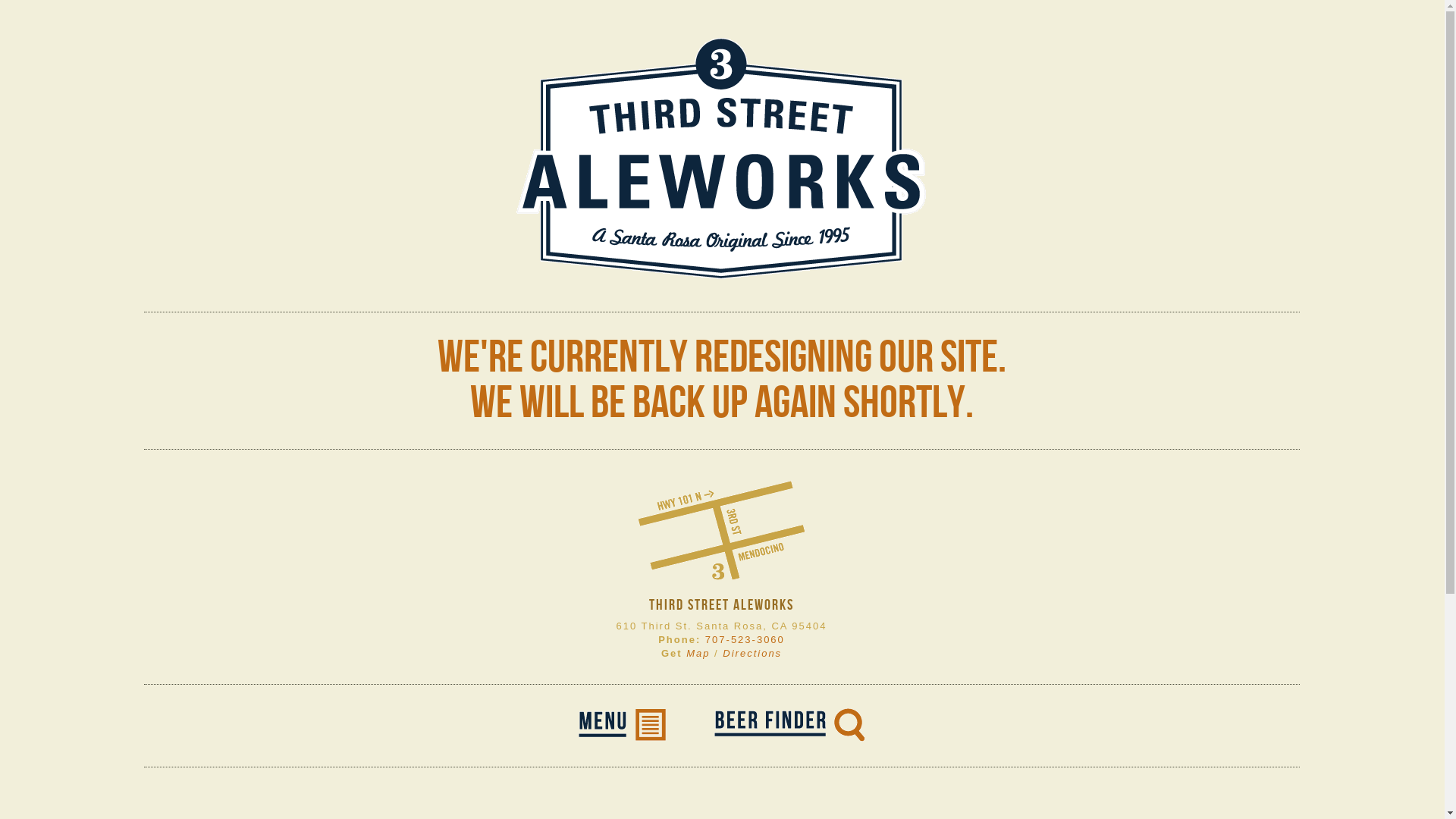 The image size is (1456, 819). Describe the element at coordinates (704, 639) in the screenshot. I see `'707-523-3060'` at that location.